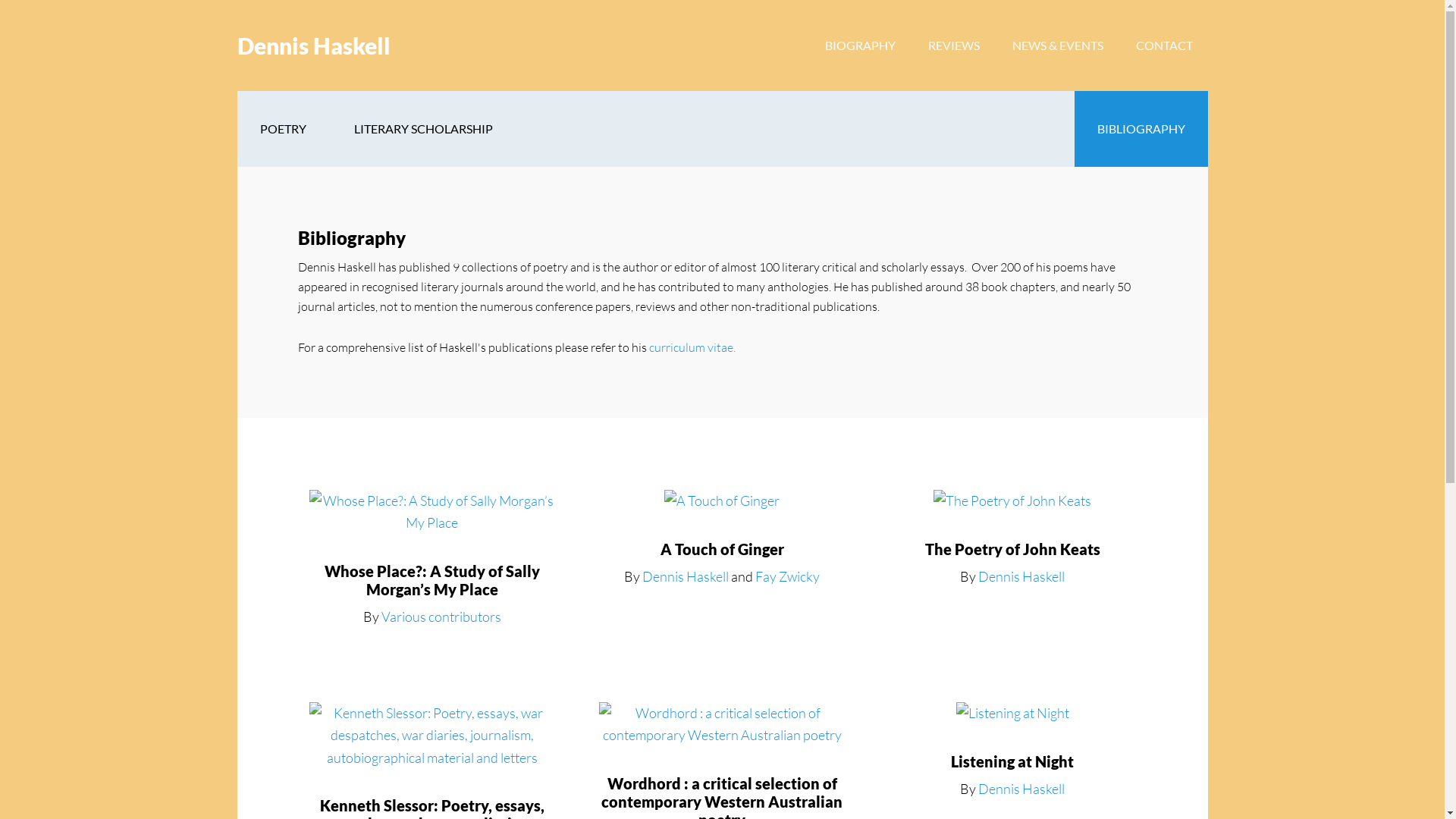 The height and width of the screenshot is (819, 1456). I want to click on 'BIBLIOGRAPHY', so click(1140, 127).